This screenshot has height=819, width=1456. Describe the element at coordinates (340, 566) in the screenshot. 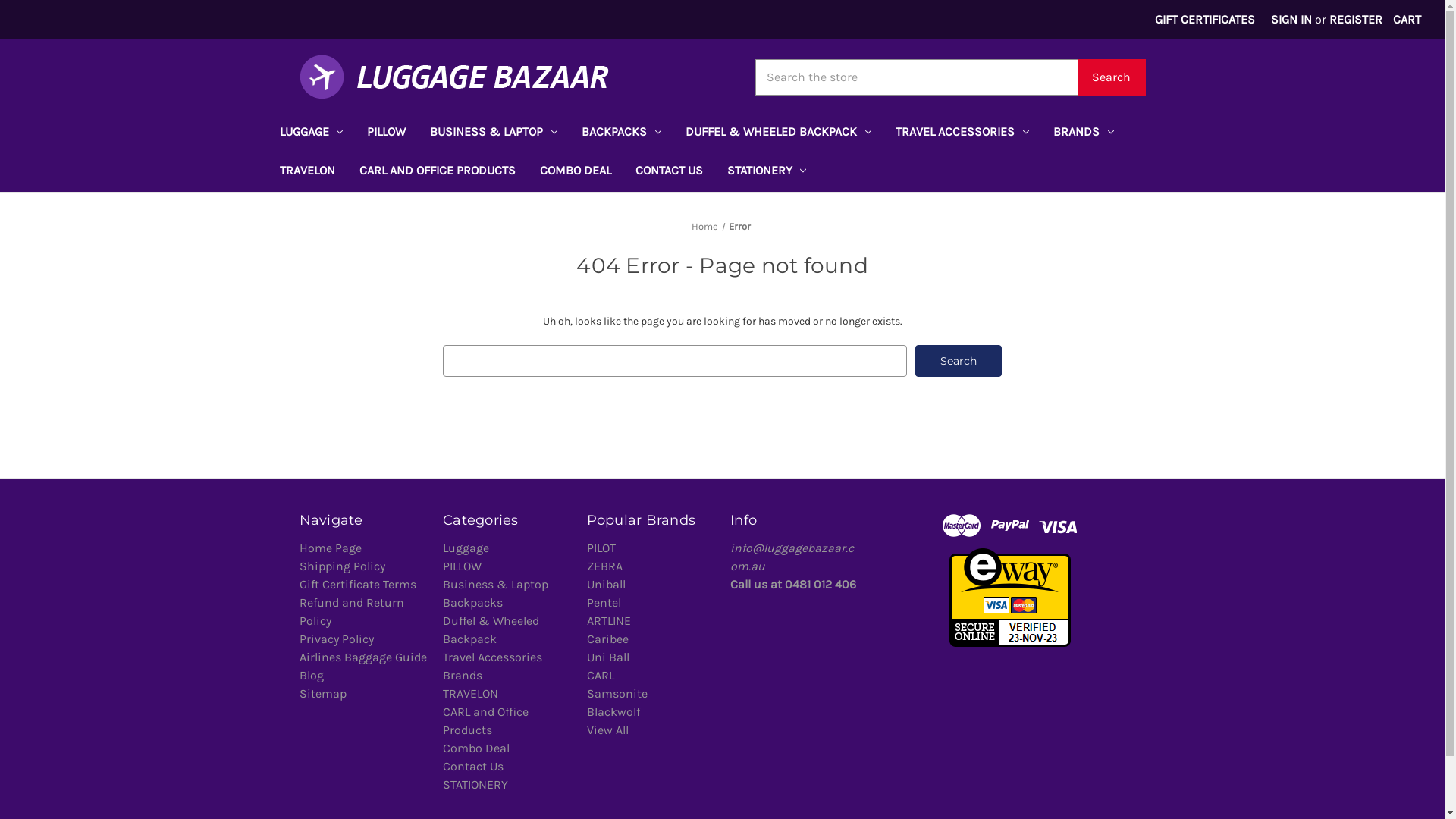

I see `'Shipping Policy'` at that location.